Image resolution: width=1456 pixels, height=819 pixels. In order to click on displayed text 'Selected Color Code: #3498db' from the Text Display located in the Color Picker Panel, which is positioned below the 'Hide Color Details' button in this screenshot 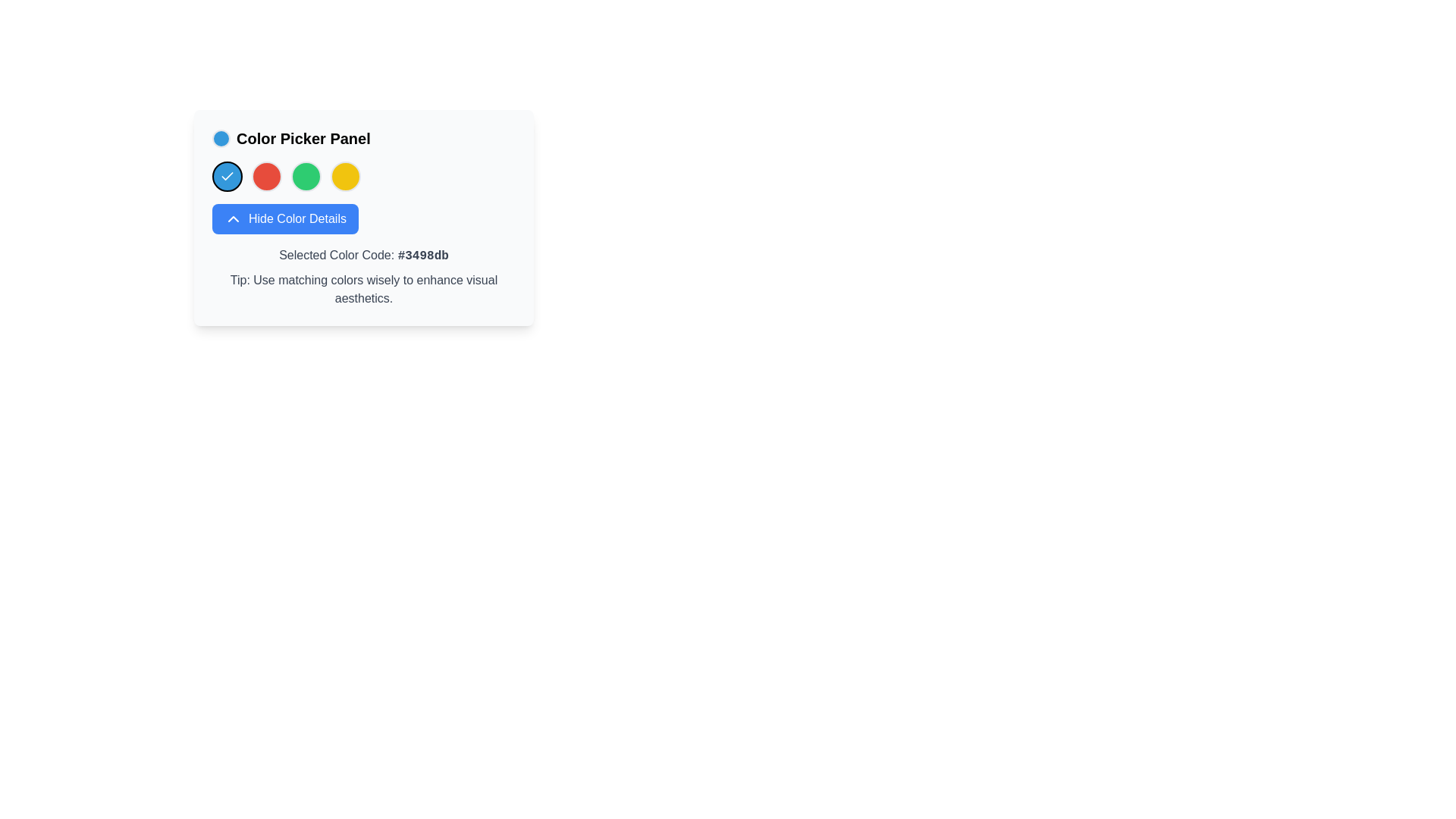, I will do `click(364, 255)`.